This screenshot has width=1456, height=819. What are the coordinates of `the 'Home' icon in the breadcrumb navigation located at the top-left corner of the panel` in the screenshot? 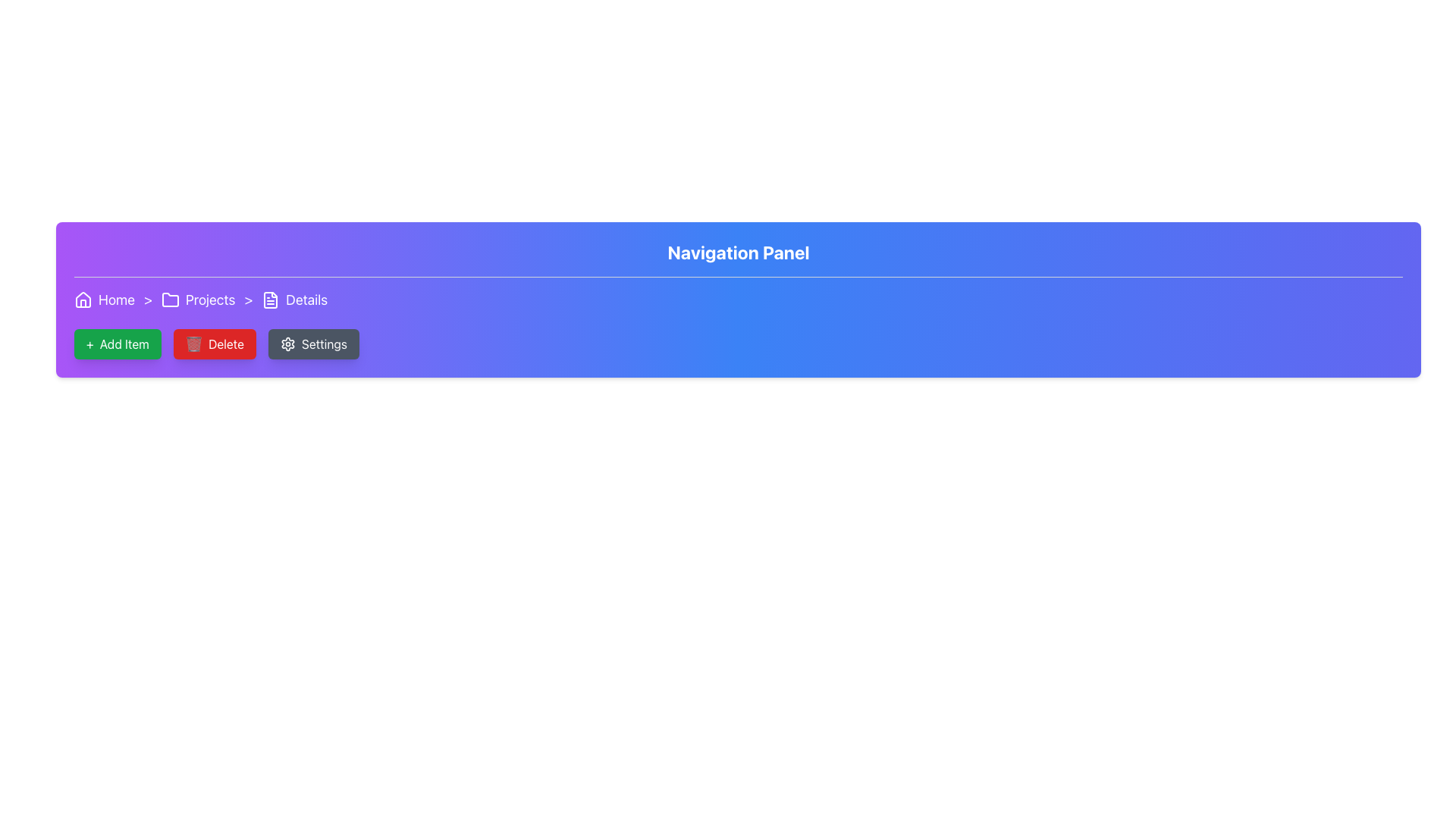 It's located at (83, 299).